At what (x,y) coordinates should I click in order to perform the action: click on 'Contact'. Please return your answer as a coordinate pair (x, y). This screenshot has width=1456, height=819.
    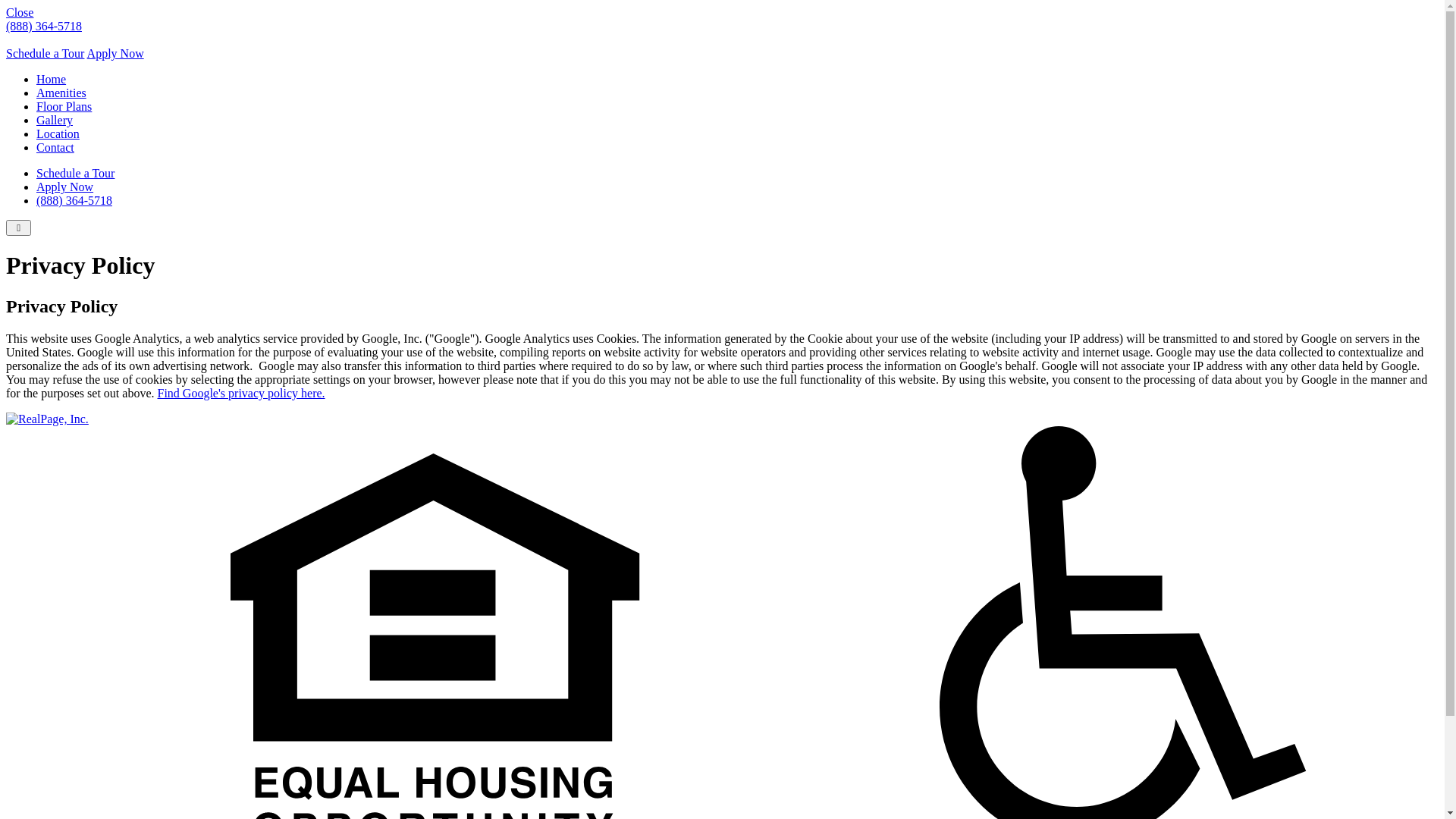
    Looking at the image, I should click on (55, 147).